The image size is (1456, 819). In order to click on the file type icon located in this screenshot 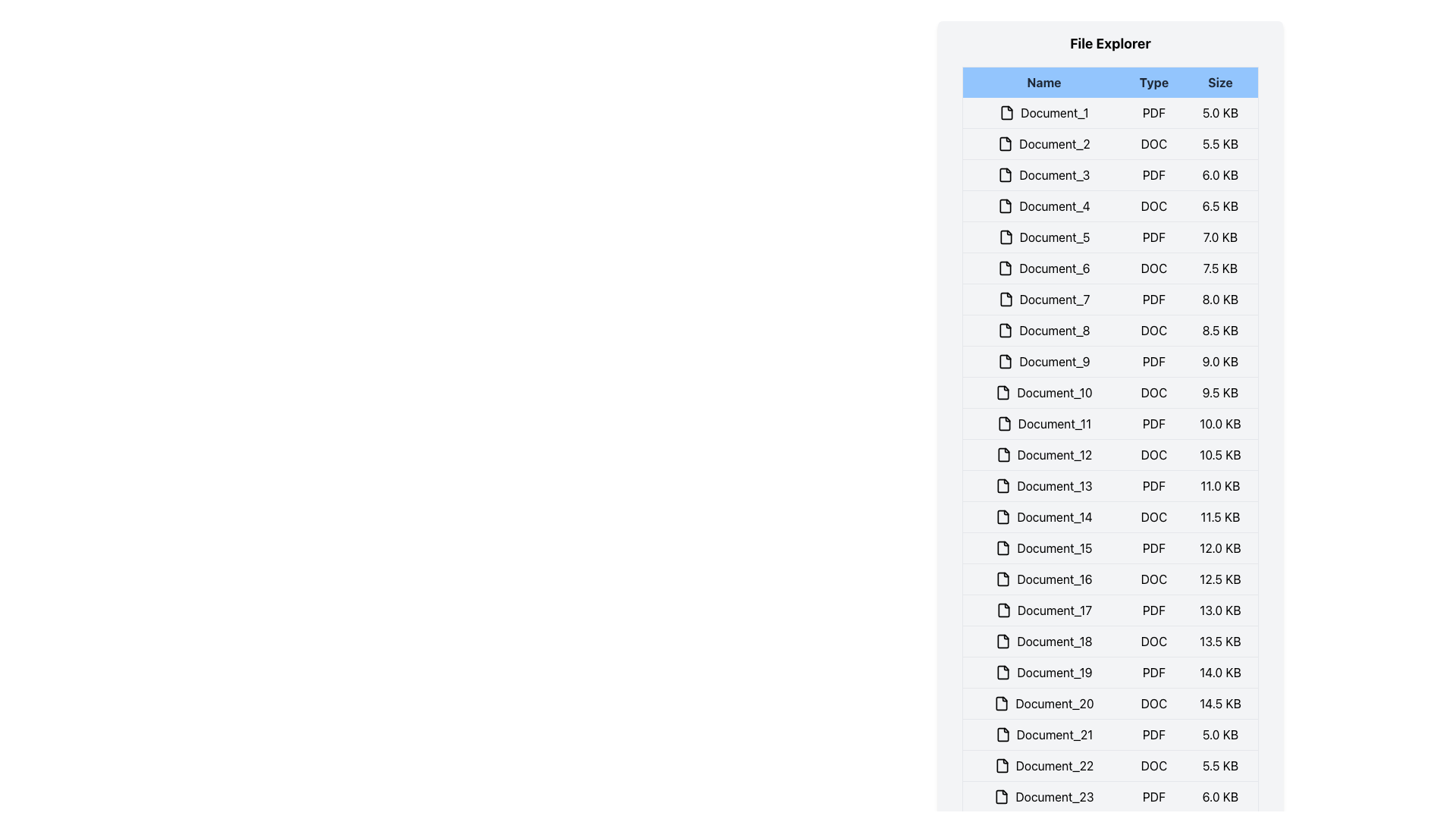, I will do `click(1006, 299)`.